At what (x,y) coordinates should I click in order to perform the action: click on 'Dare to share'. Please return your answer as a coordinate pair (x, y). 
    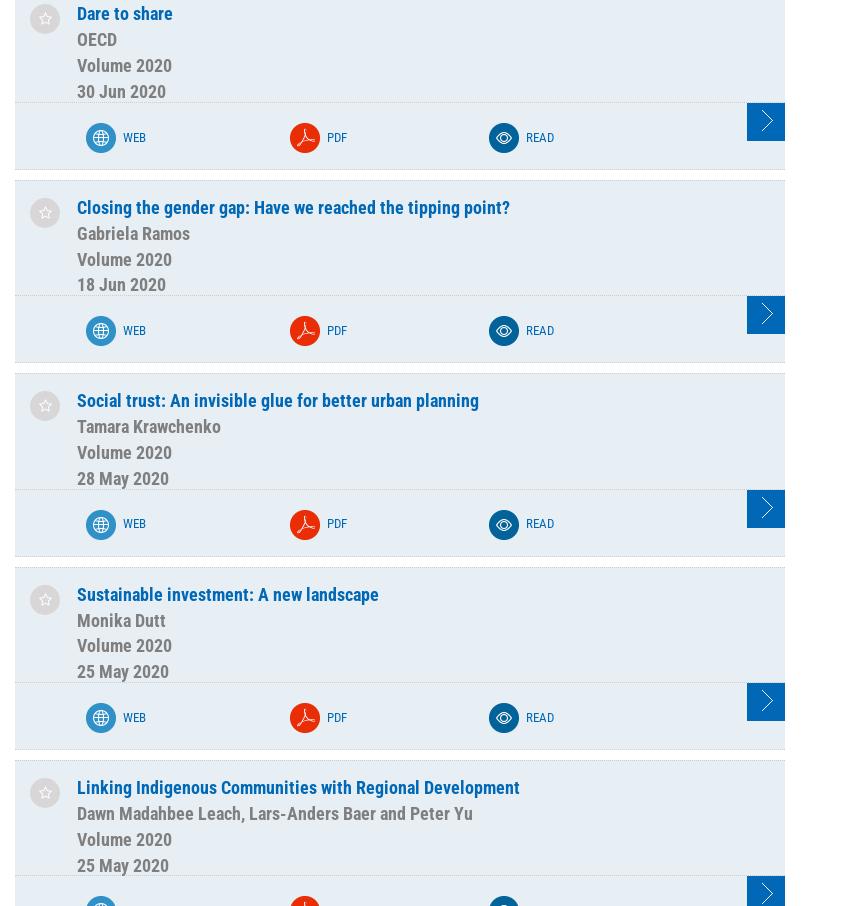
    Looking at the image, I should click on (124, 12).